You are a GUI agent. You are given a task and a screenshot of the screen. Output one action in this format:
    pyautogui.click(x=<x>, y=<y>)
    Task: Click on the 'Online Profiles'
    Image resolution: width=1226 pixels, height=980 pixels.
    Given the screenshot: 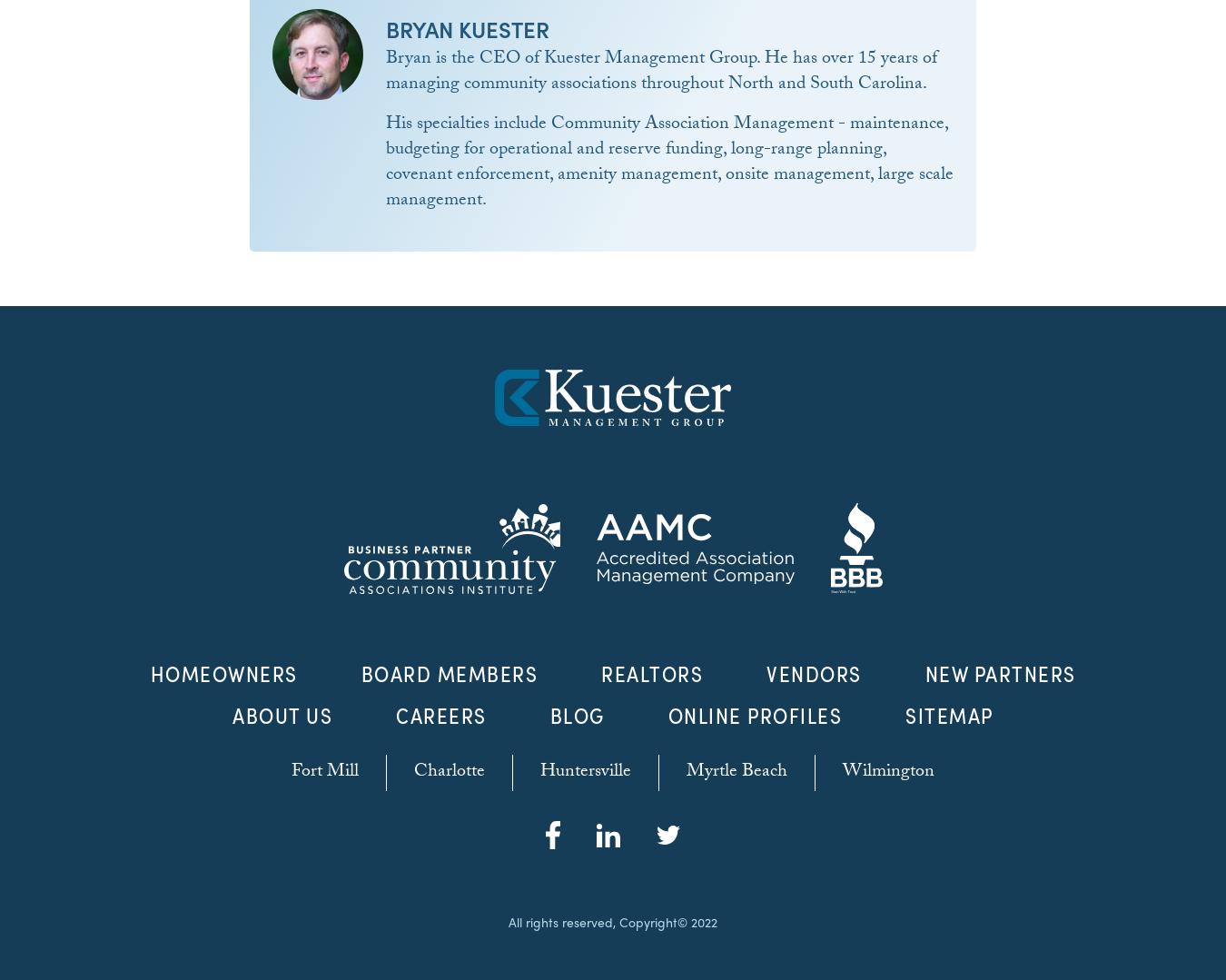 What is the action you would take?
    pyautogui.click(x=666, y=715)
    